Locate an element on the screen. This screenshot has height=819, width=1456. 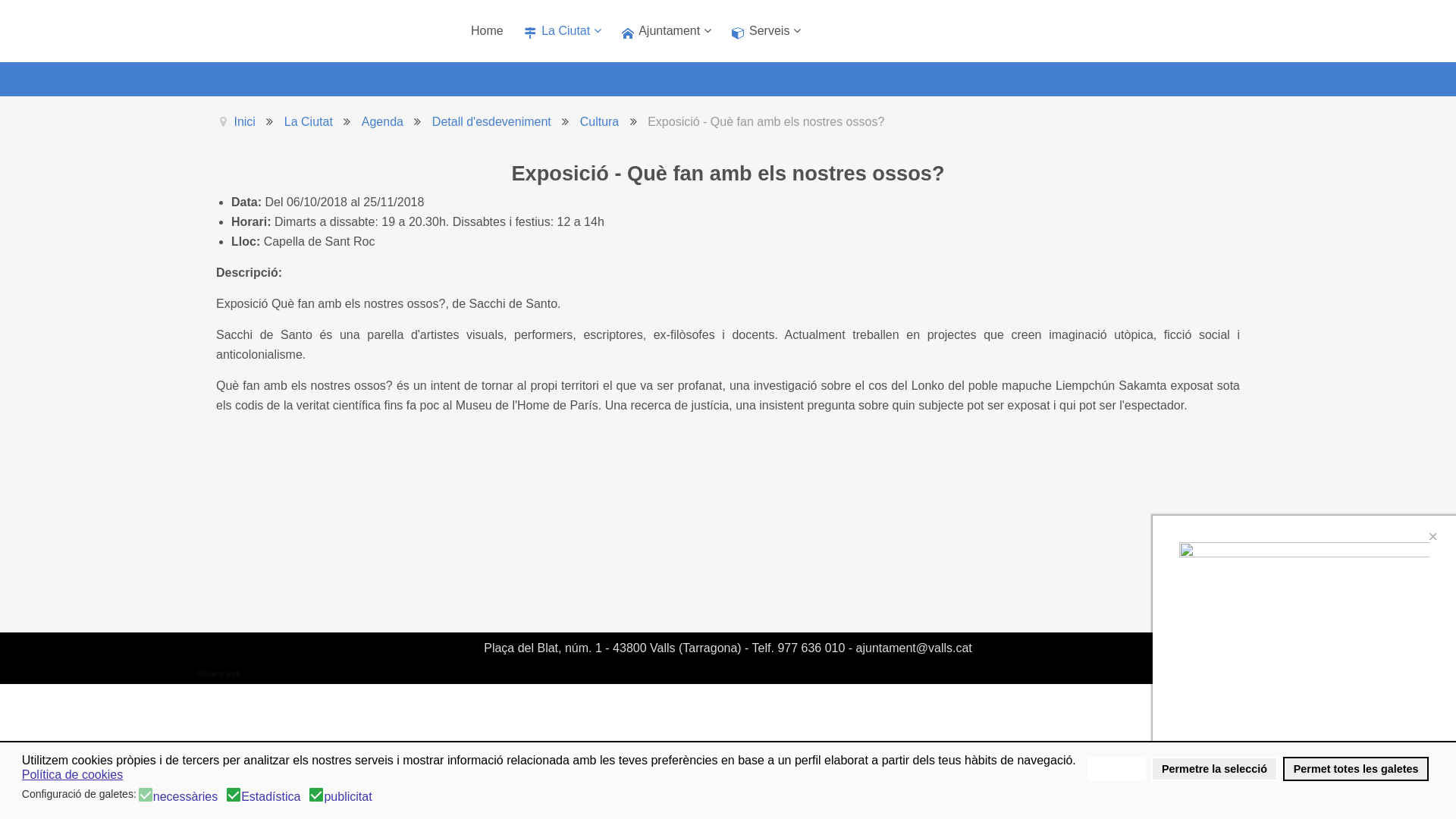
'Serveis' is located at coordinates (764, 31).